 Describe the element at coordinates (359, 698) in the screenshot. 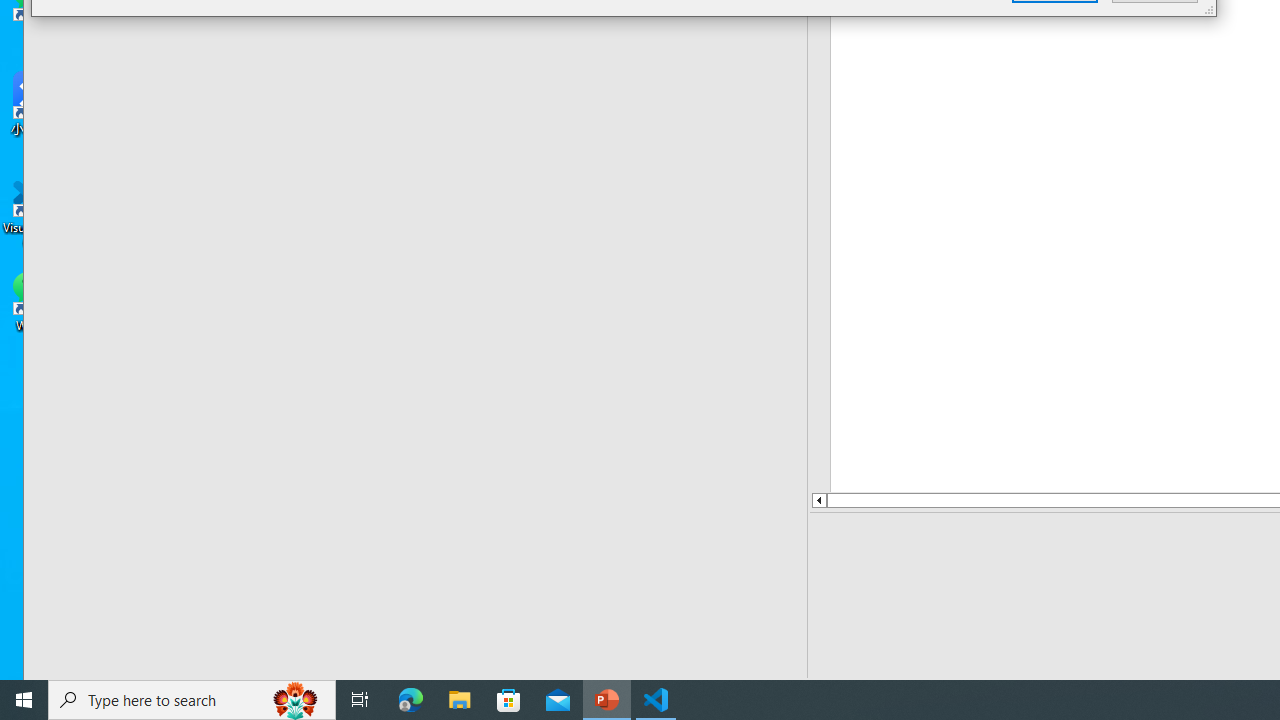

I see `'Task View'` at that location.